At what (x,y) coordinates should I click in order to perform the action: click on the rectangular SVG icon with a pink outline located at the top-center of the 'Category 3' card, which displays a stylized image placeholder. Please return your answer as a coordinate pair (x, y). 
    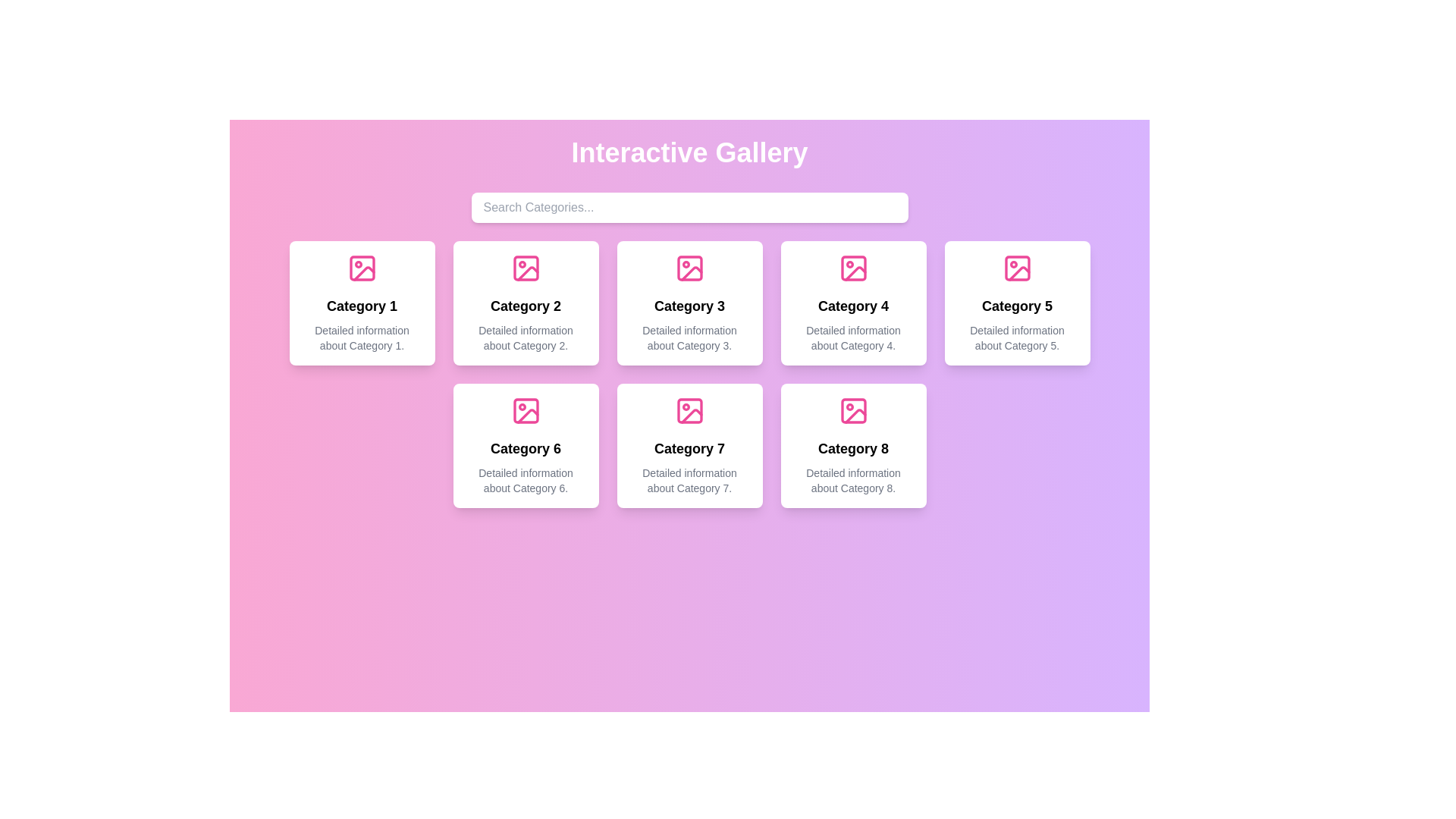
    Looking at the image, I should click on (689, 268).